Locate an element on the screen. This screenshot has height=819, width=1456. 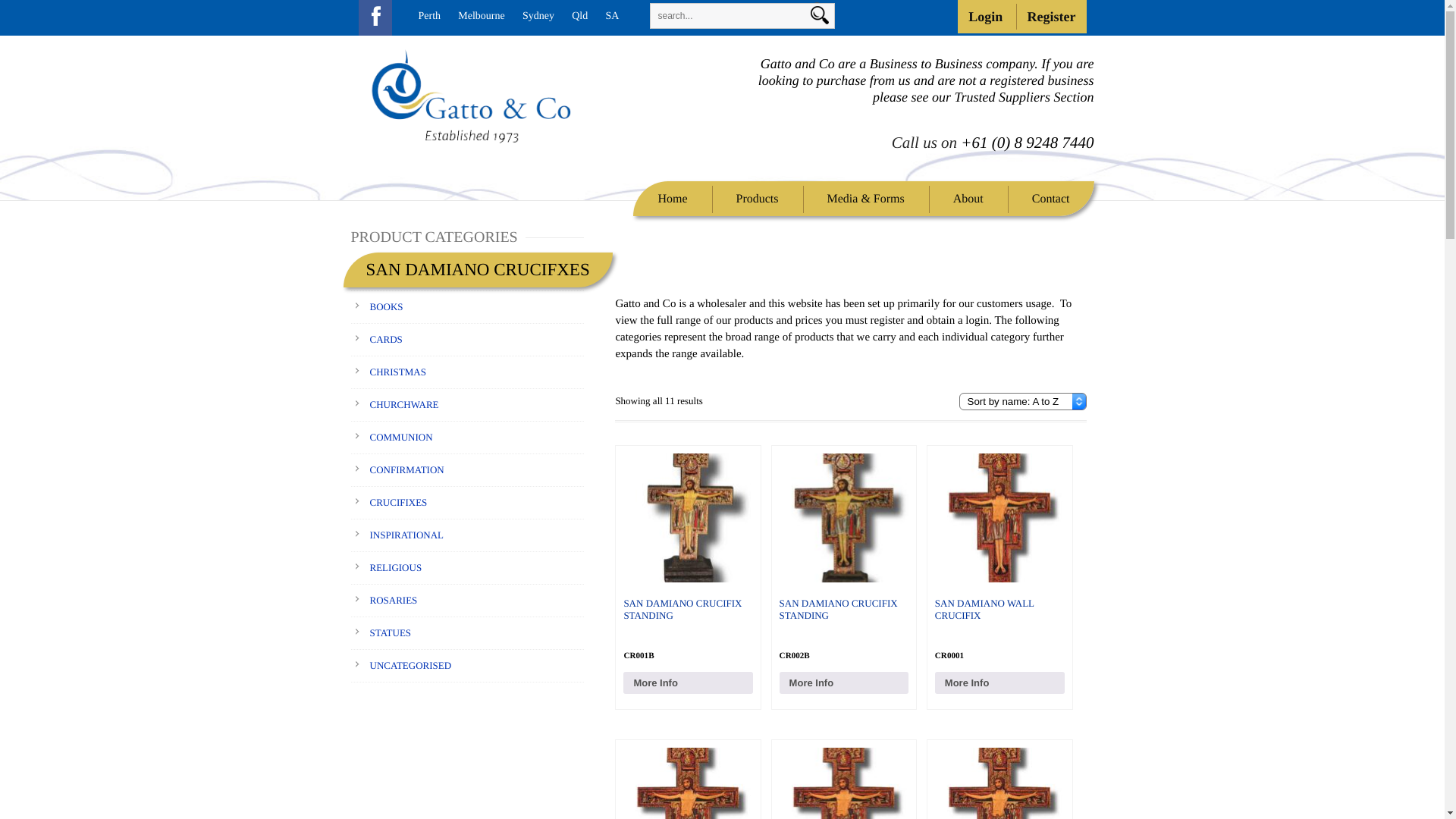
'SAN DAMIANO WALL CRUCIFIX is located at coordinates (999, 559).